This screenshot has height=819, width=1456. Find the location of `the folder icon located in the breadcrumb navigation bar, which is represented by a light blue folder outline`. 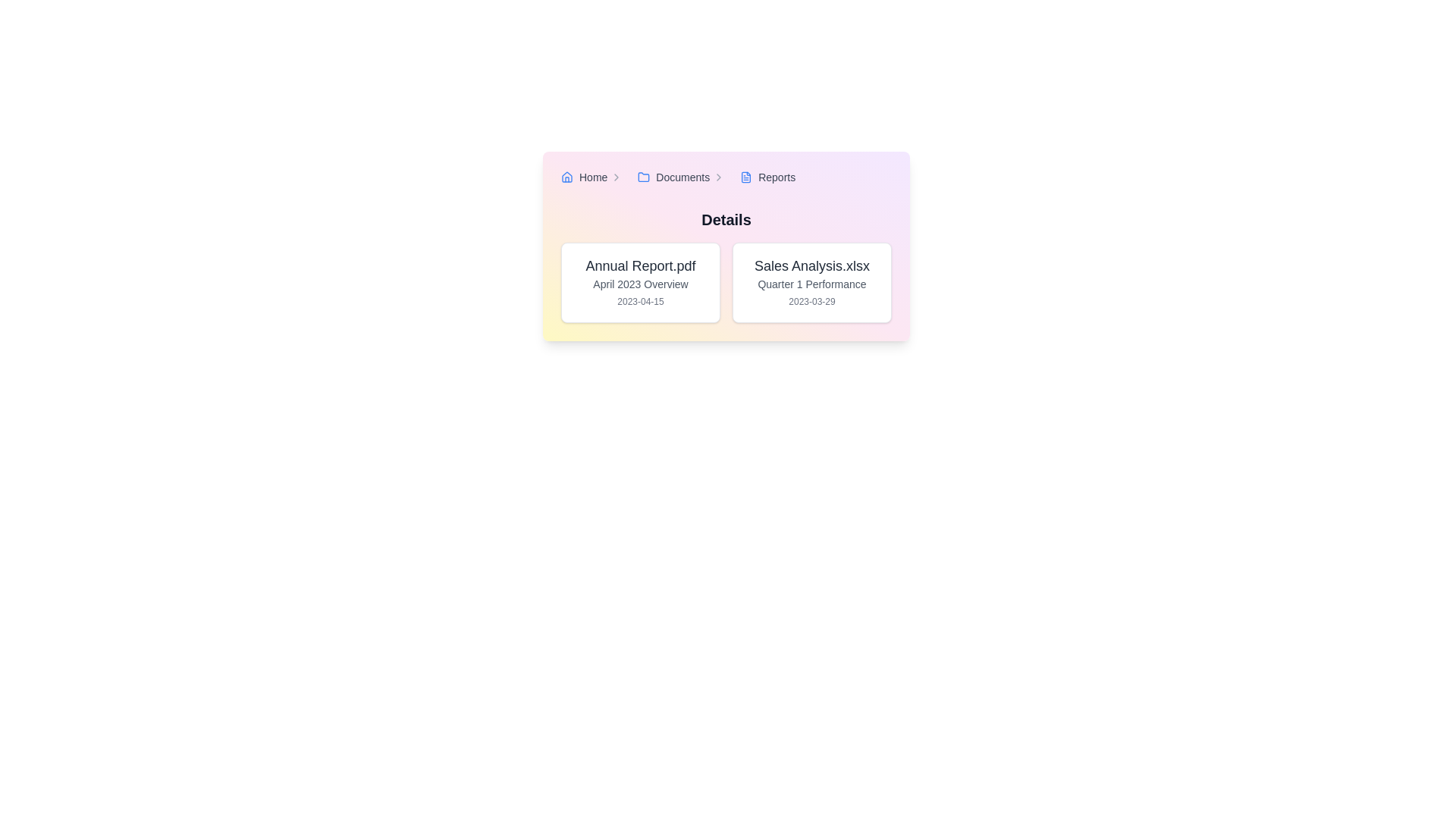

the folder icon located in the breadcrumb navigation bar, which is represented by a light blue folder outline is located at coordinates (644, 176).